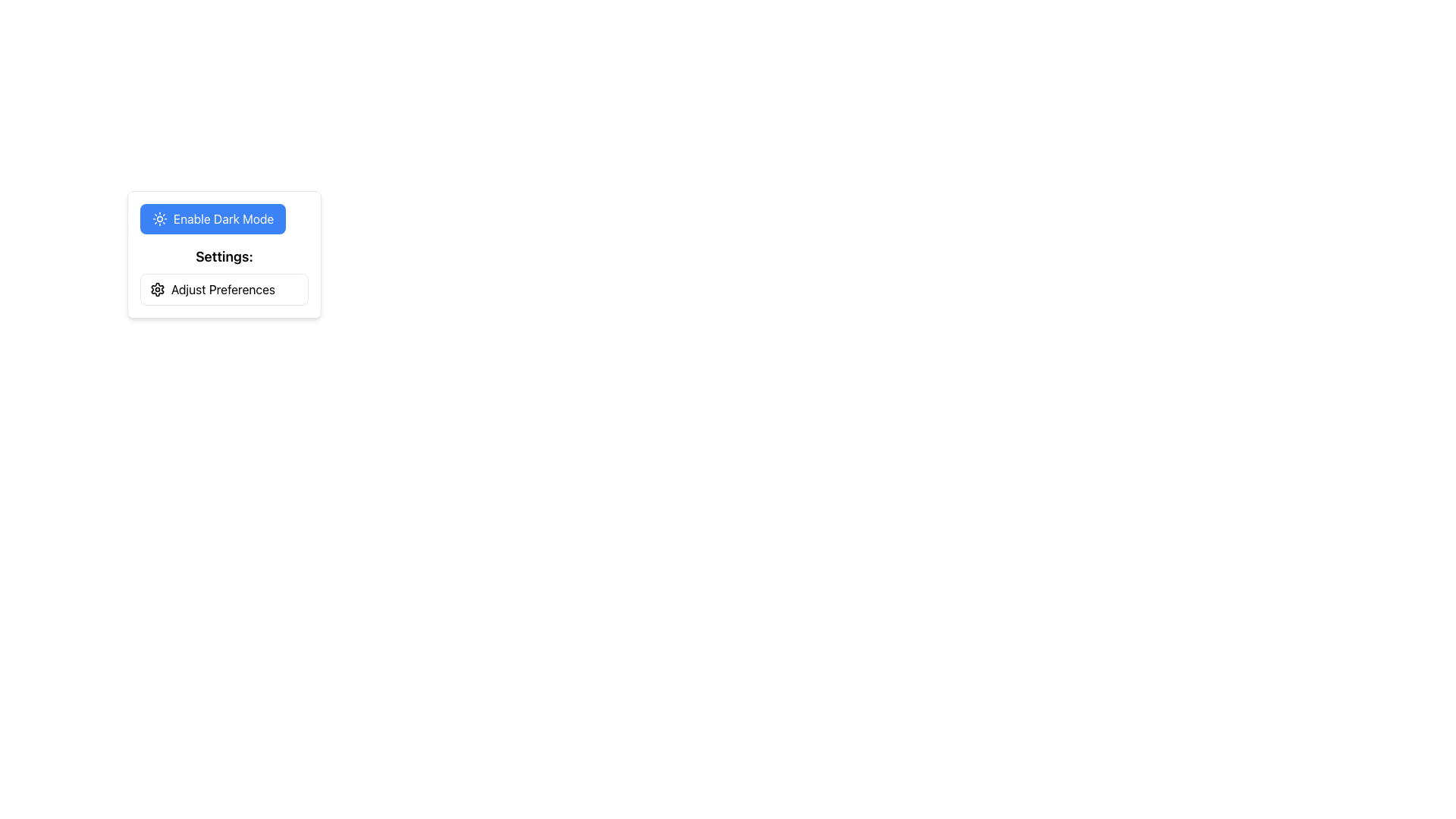 This screenshot has height=819, width=1456. What do you see at coordinates (224, 289) in the screenshot?
I see `the button labeled 'Adjust Preferences' which has a gear icon on the left and is centrally aligned below the 'Settings:' text to observe any hover effects` at bounding box center [224, 289].